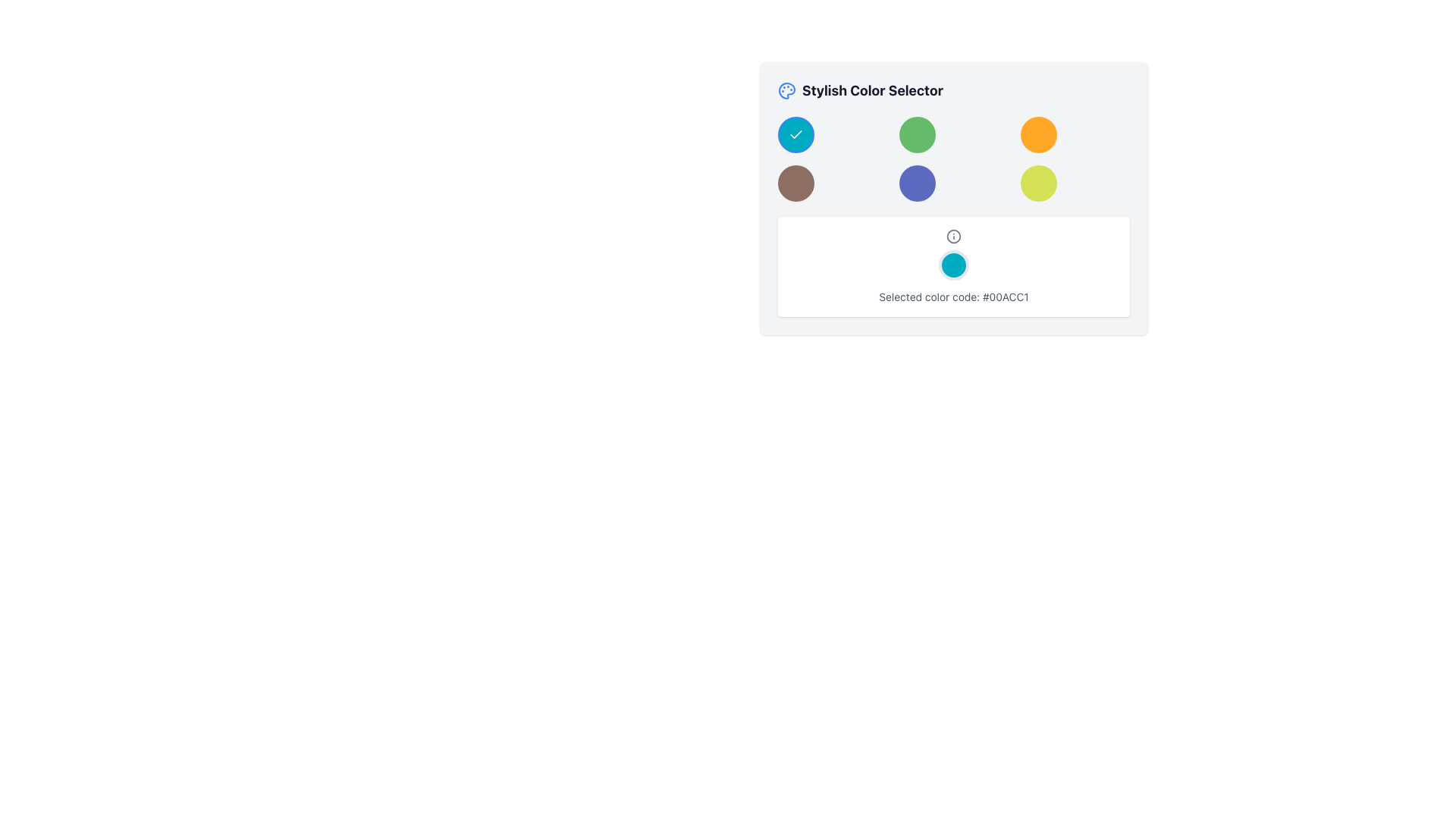  Describe the element at coordinates (952, 297) in the screenshot. I see `displayed text from the text field that shows 'Selected color code: #00ACC1', which is positioned below a cyan rounded circle` at that location.